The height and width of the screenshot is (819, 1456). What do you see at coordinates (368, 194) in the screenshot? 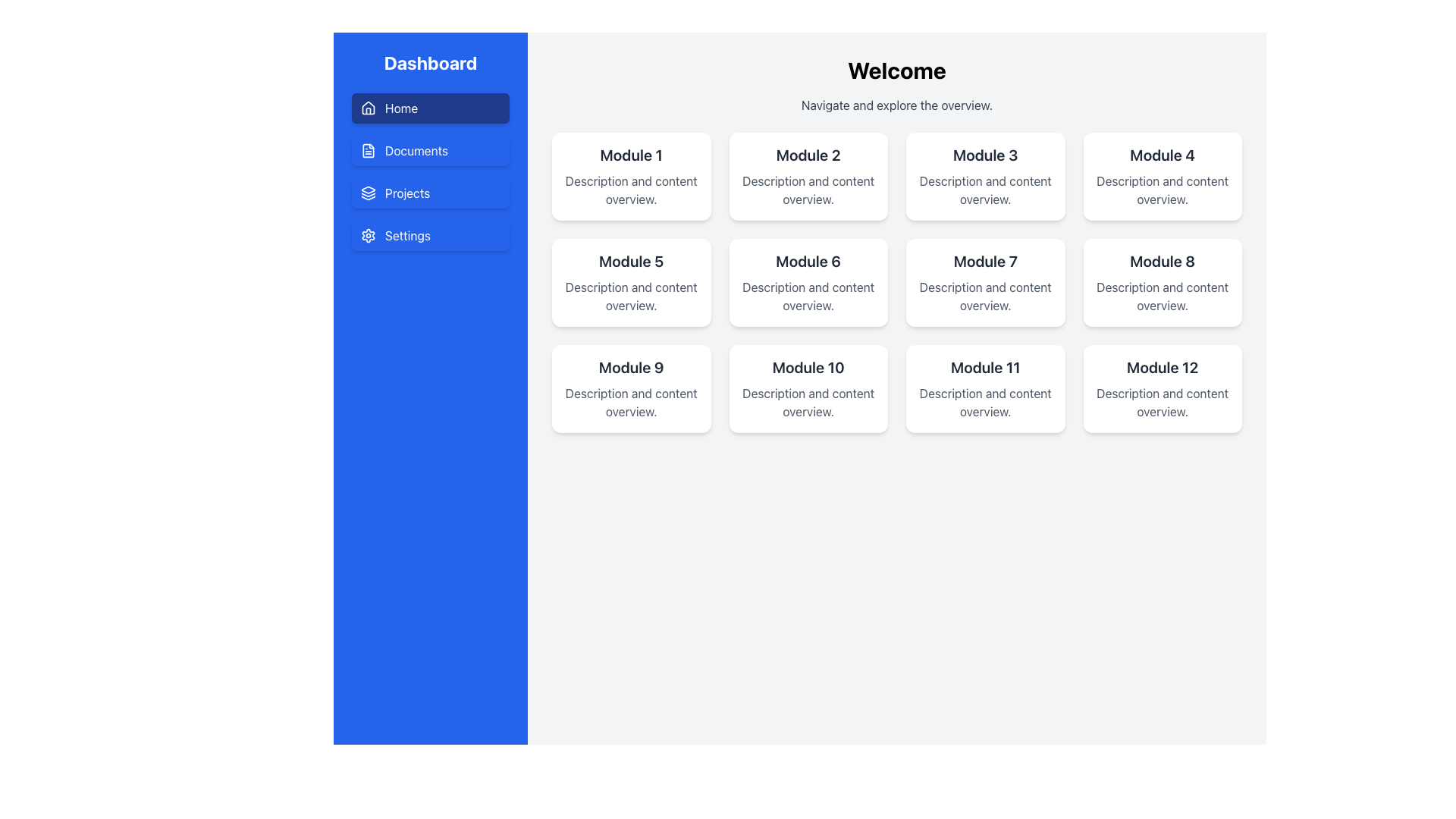
I see `the middle segment of the blue layer stack icon located in the sidebar next to the 'Projects' menu item` at bounding box center [368, 194].